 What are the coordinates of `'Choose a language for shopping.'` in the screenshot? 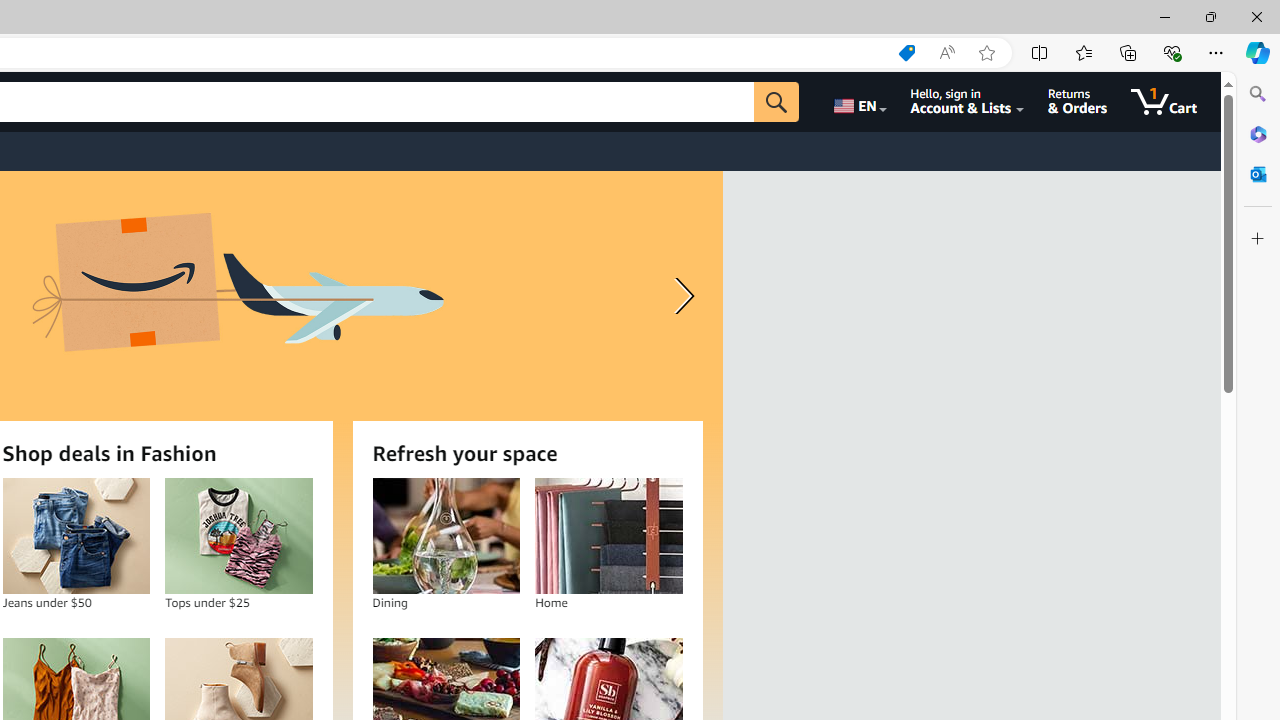 It's located at (858, 101).